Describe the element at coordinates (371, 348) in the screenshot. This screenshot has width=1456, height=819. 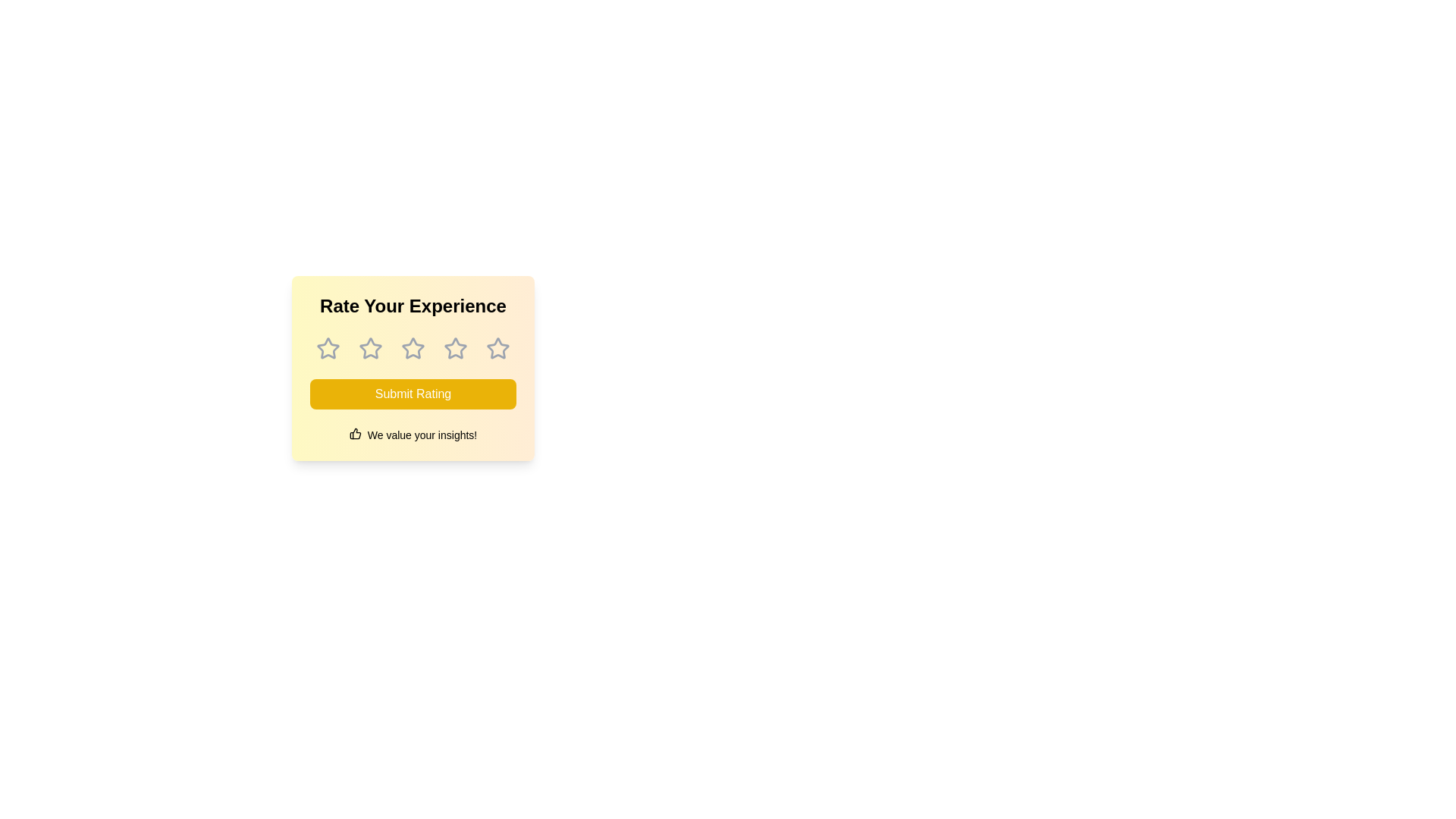
I see `the second star icon in the interactive rating component` at that location.